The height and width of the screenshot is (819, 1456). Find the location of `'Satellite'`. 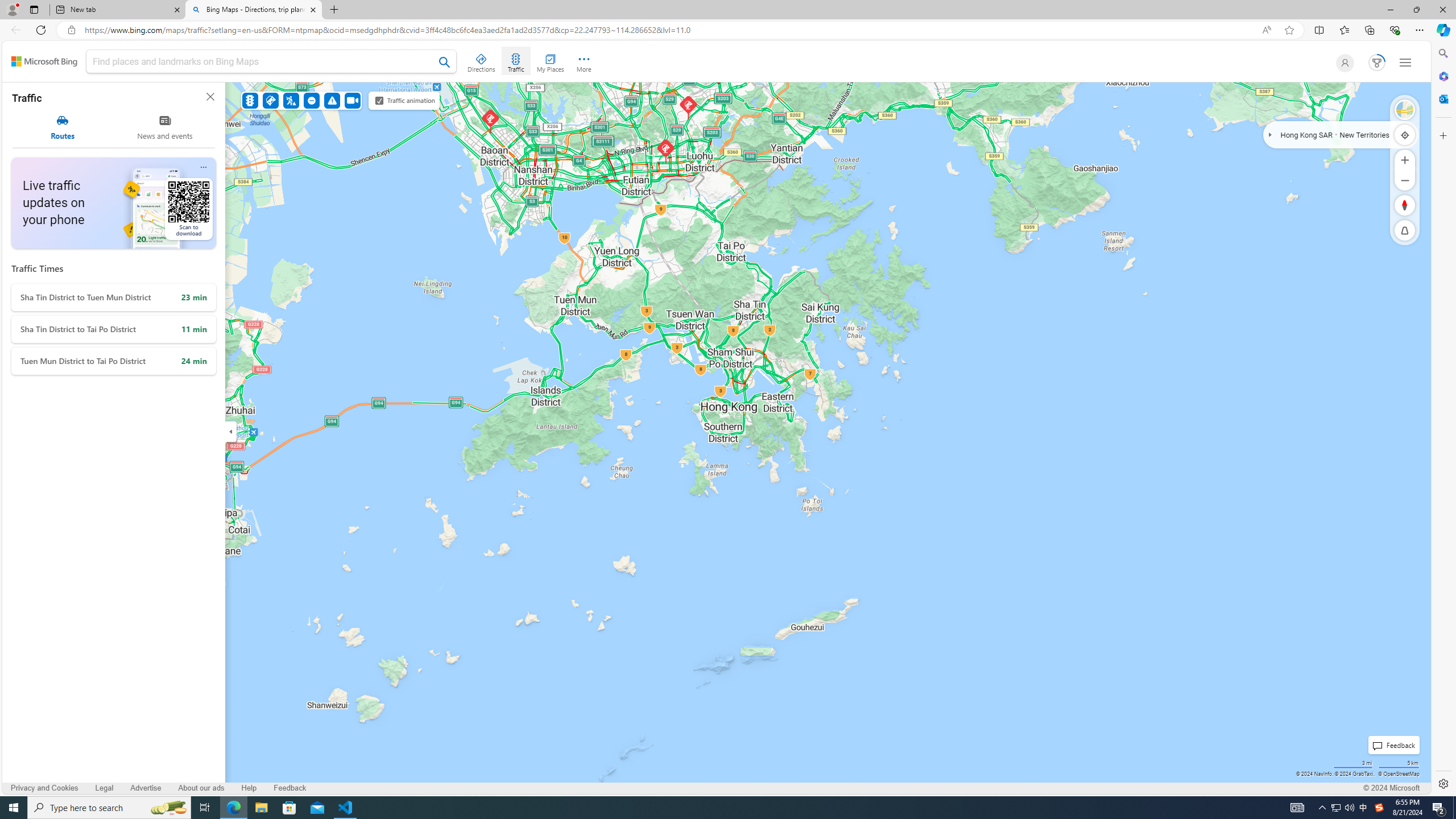

'Satellite' is located at coordinates (1405, 109).